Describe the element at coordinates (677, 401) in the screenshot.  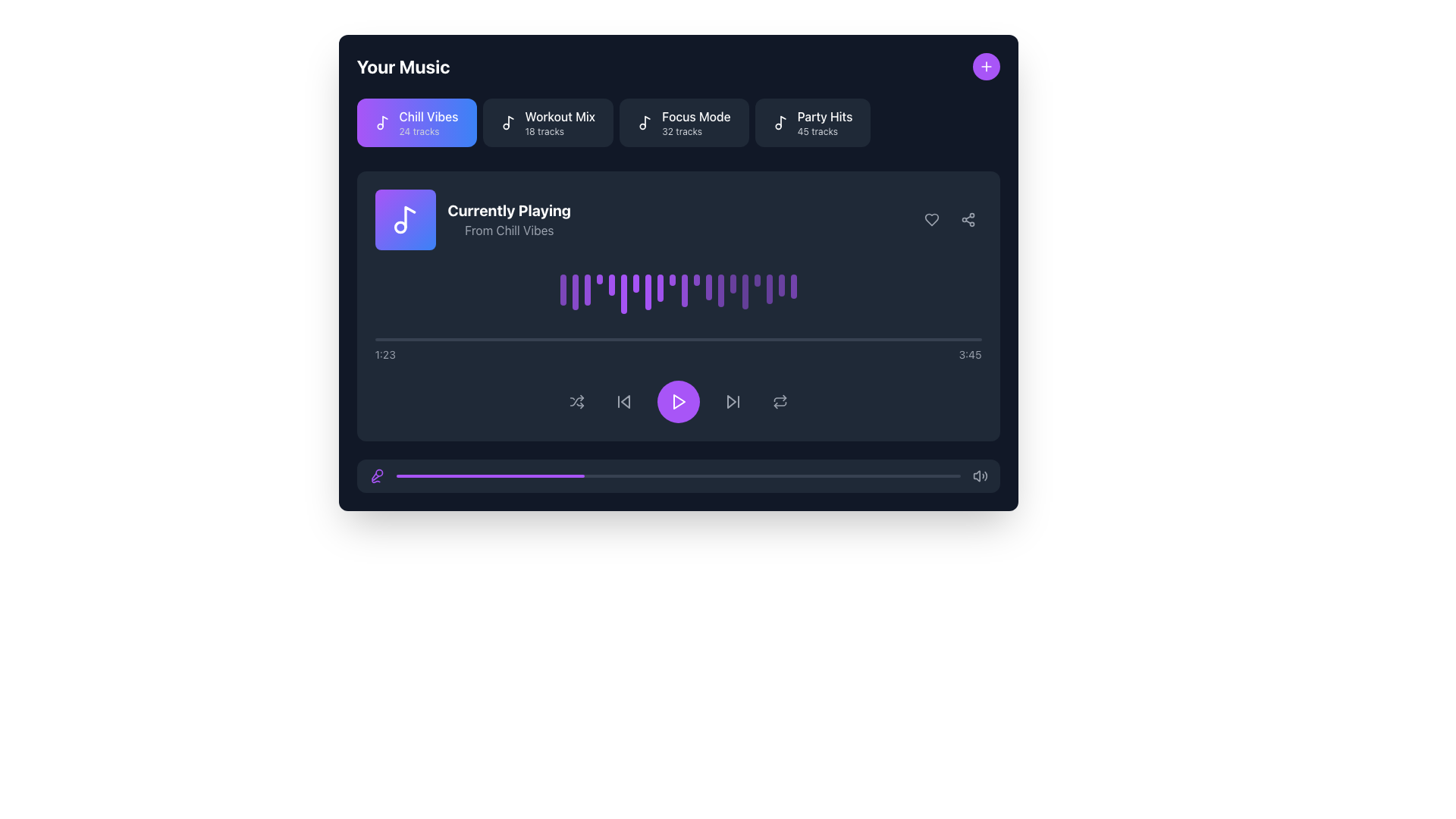
I see `the circular purple button with a white play icon at the center of the playback controls to play or pause` at that location.